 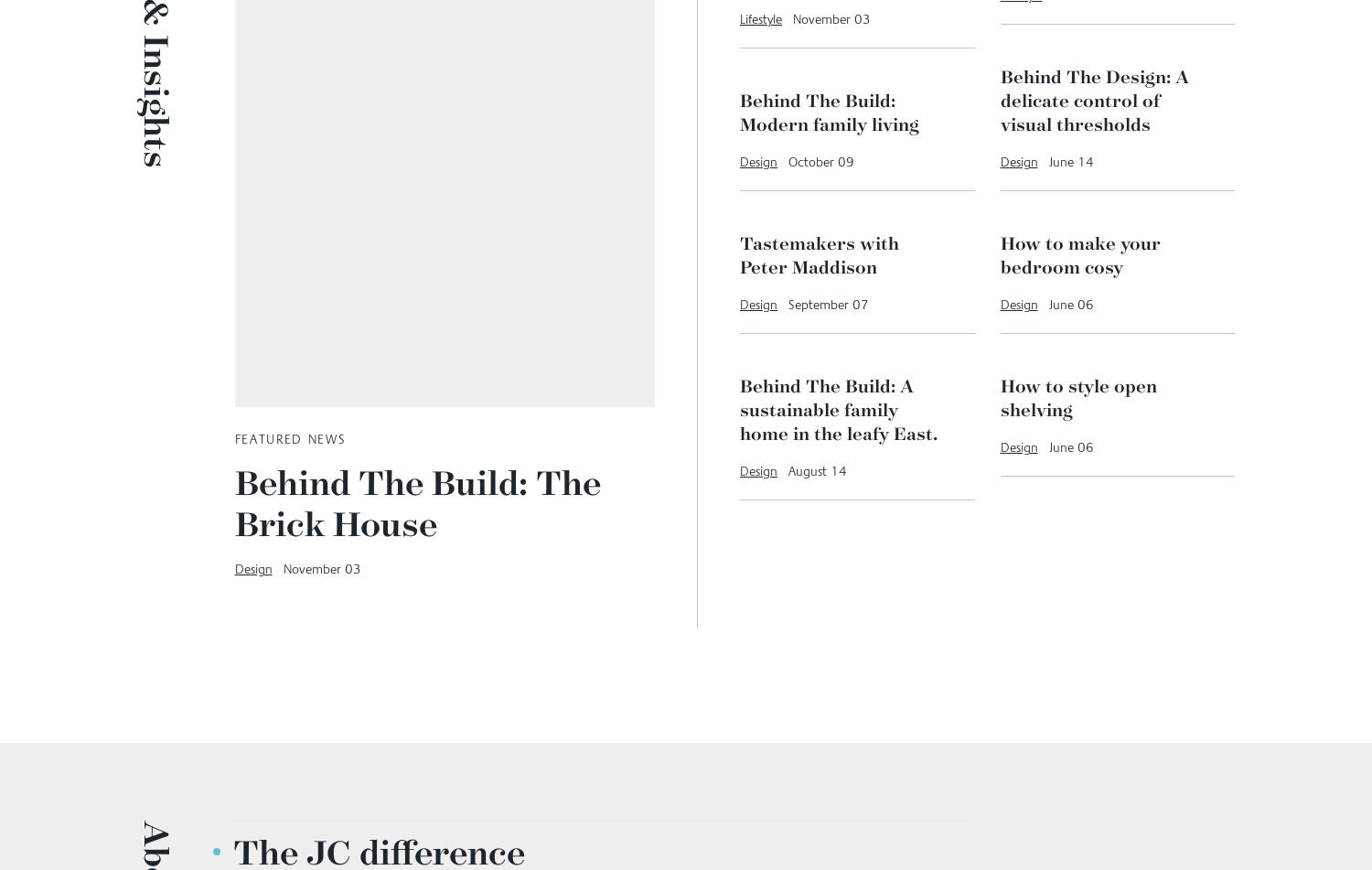 I want to click on 'Behind The Design: A delicate control of visual thresholds', so click(x=1092, y=333).